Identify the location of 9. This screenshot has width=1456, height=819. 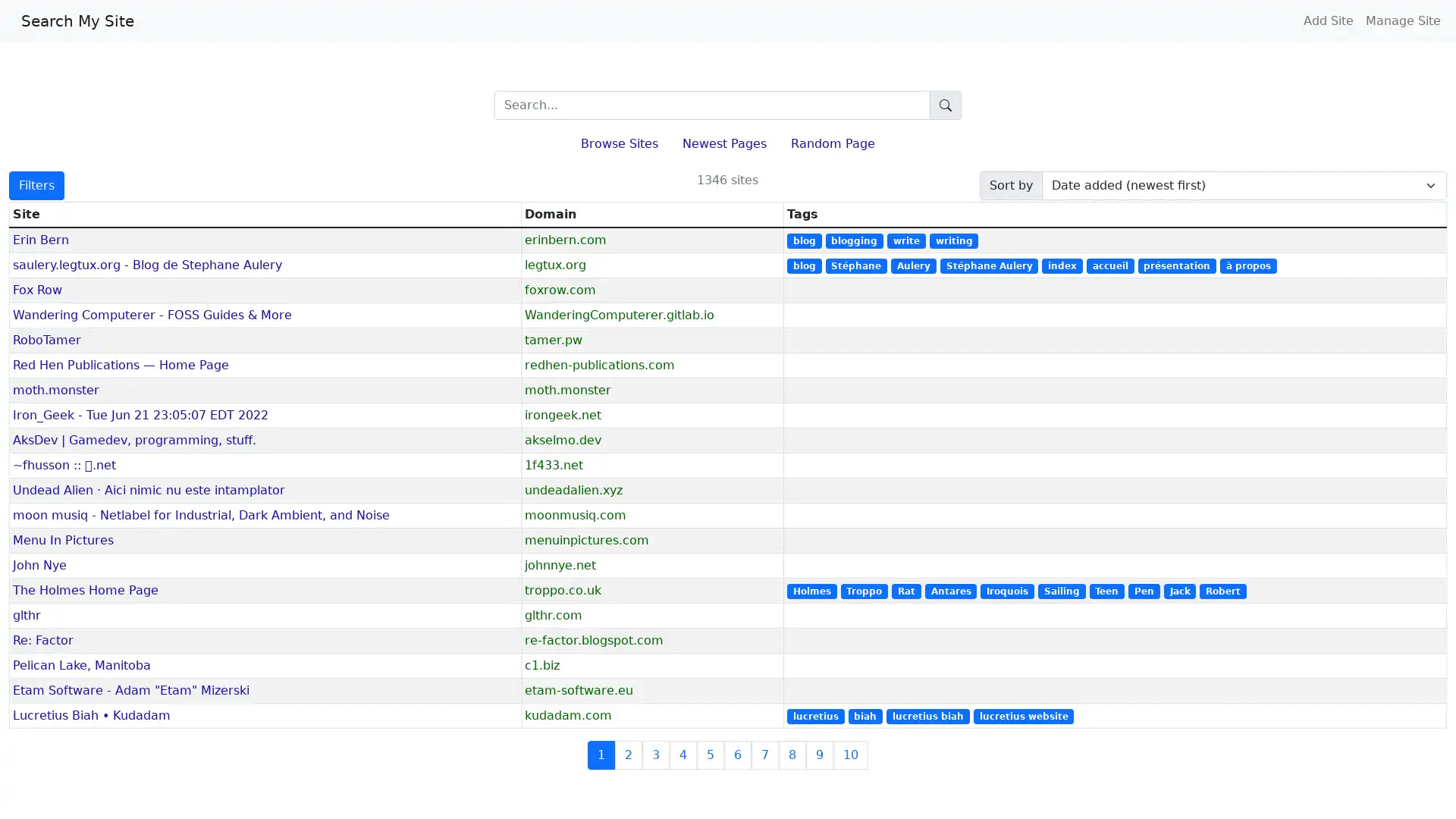
(818, 755).